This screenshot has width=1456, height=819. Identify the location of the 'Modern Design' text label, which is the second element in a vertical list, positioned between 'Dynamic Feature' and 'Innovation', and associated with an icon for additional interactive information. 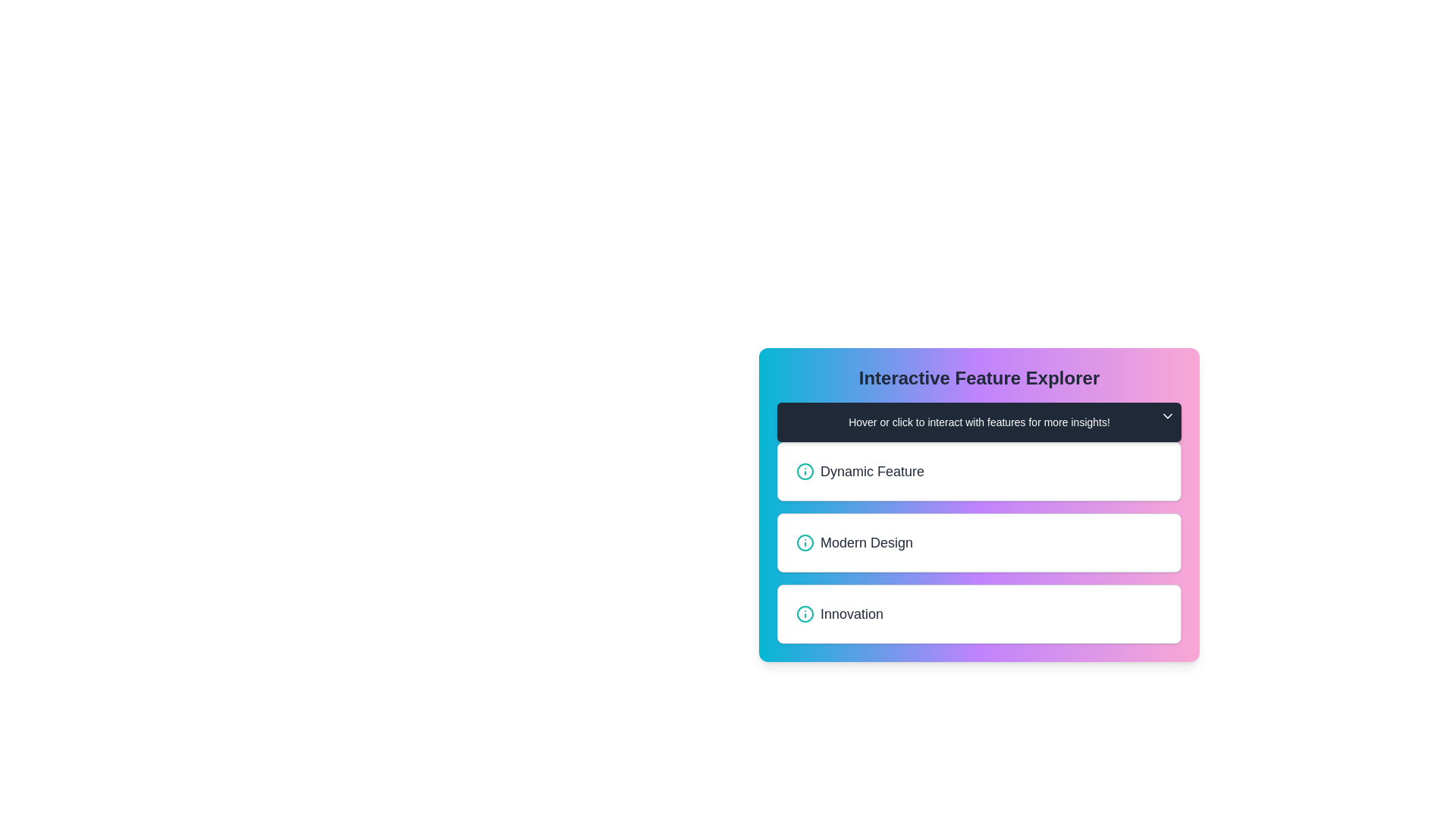
(866, 542).